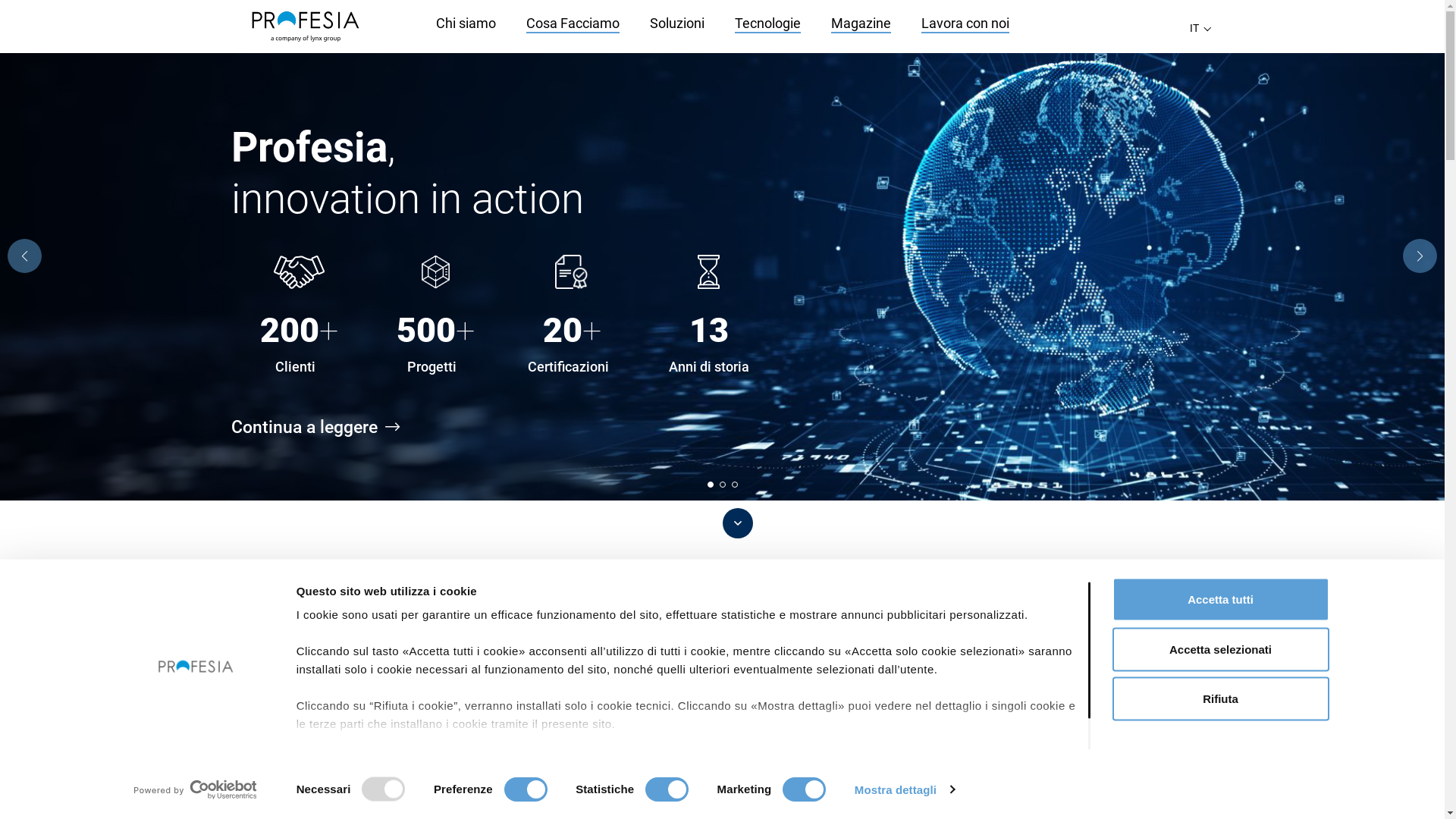  Describe the element at coordinates (767, 24) in the screenshot. I see `'Tecnologie'` at that location.